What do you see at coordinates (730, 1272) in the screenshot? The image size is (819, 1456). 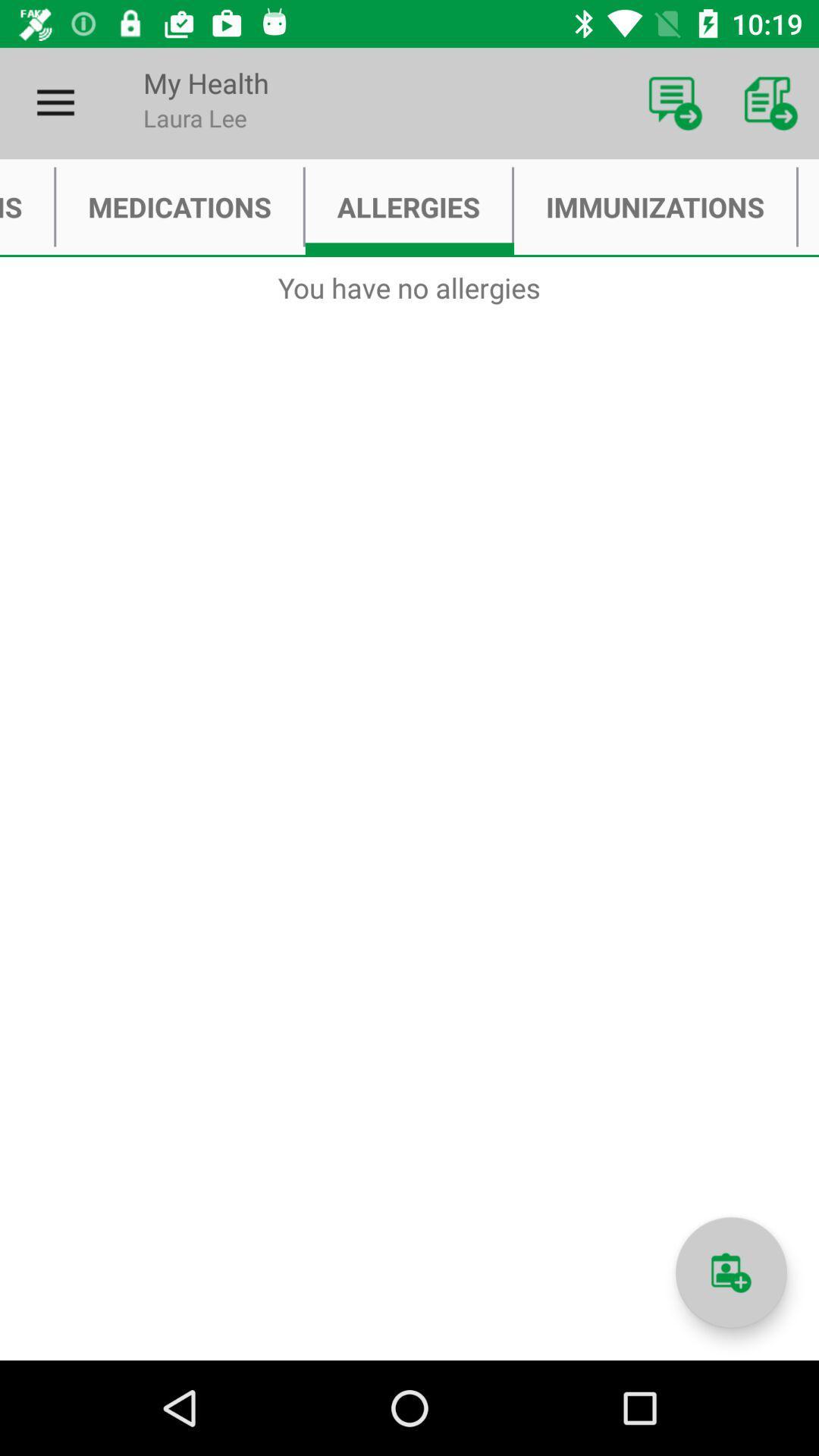 I see `item` at bounding box center [730, 1272].